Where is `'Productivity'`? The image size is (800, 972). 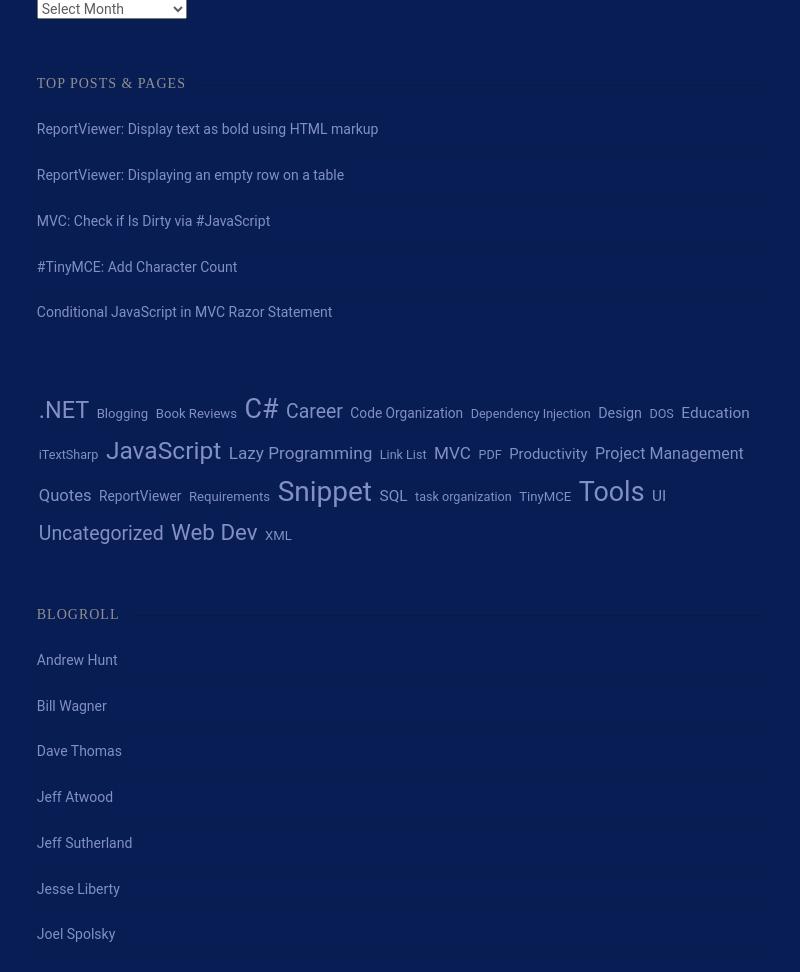
'Productivity' is located at coordinates (548, 453).